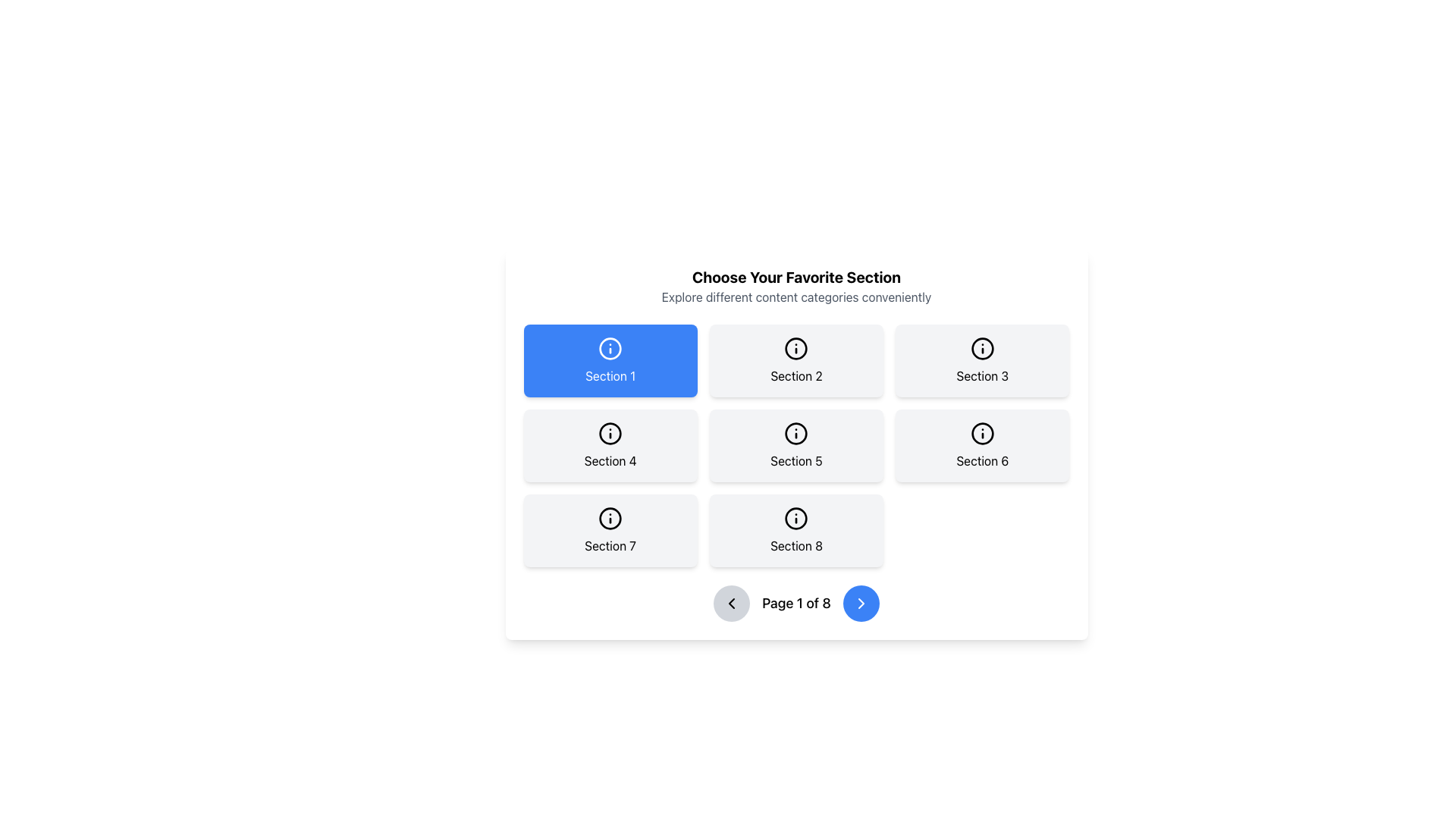  What do you see at coordinates (982, 444) in the screenshot?
I see `the sixth section card in the grid layout` at bounding box center [982, 444].